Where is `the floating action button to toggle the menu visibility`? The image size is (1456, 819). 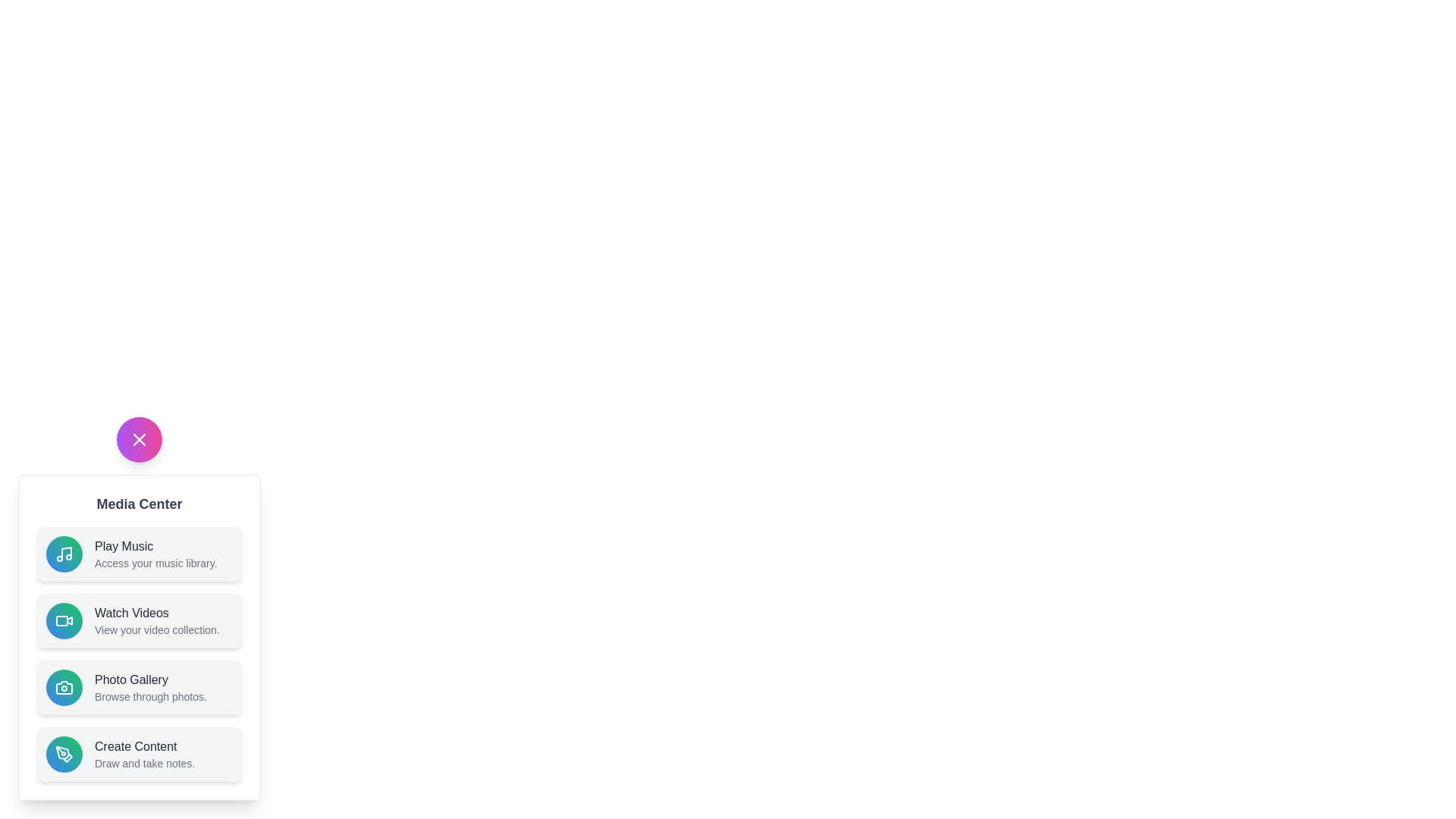
the floating action button to toggle the menu visibility is located at coordinates (139, 439).